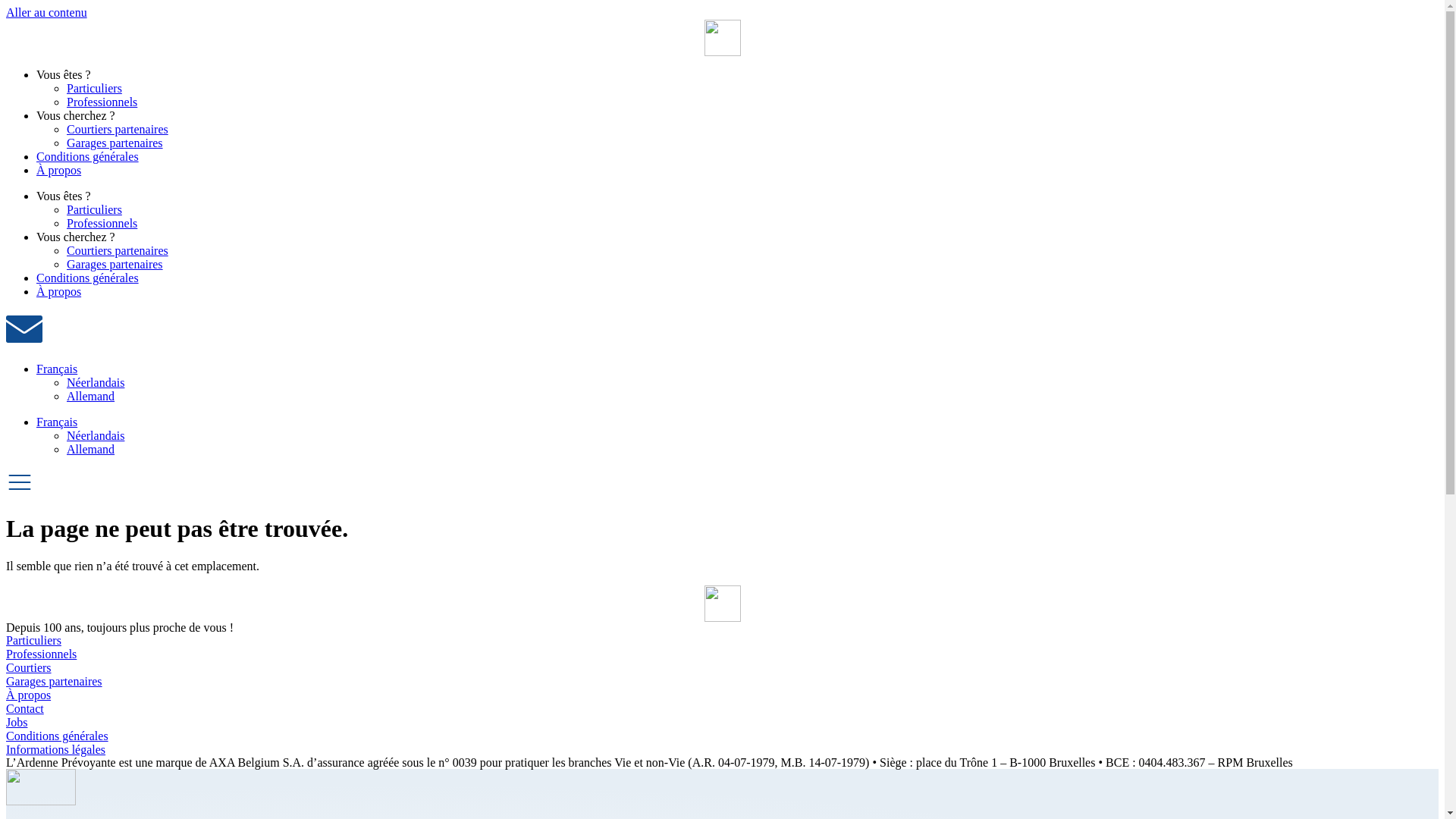 This screenshot has width=1456, height=819. What do you see at coordinates (114, 143) in the screenshot?
I see `'Garages partenaires'` at bounding box center [114, 143].